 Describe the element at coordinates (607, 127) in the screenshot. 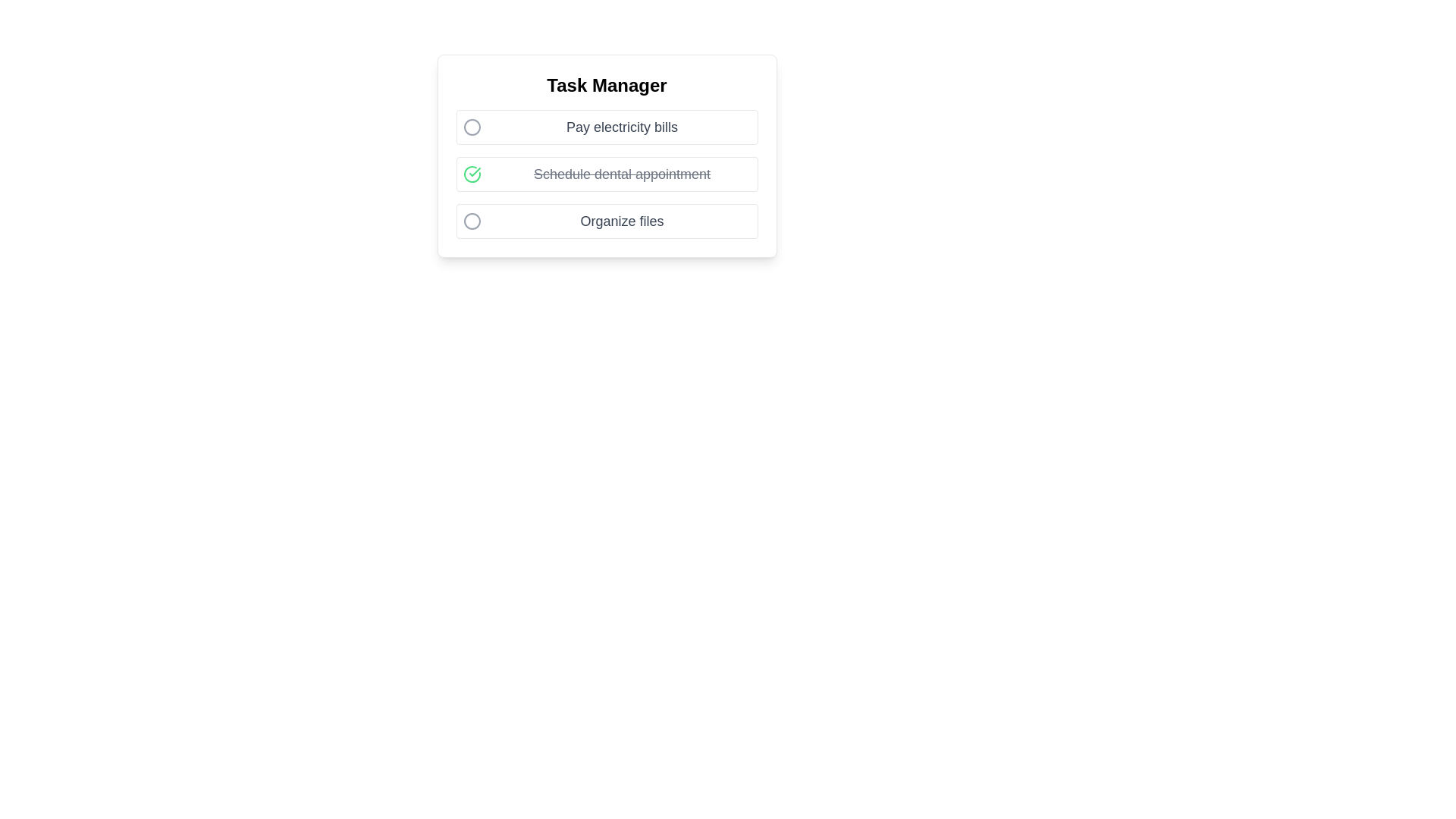

I see `the first task item` at that location.